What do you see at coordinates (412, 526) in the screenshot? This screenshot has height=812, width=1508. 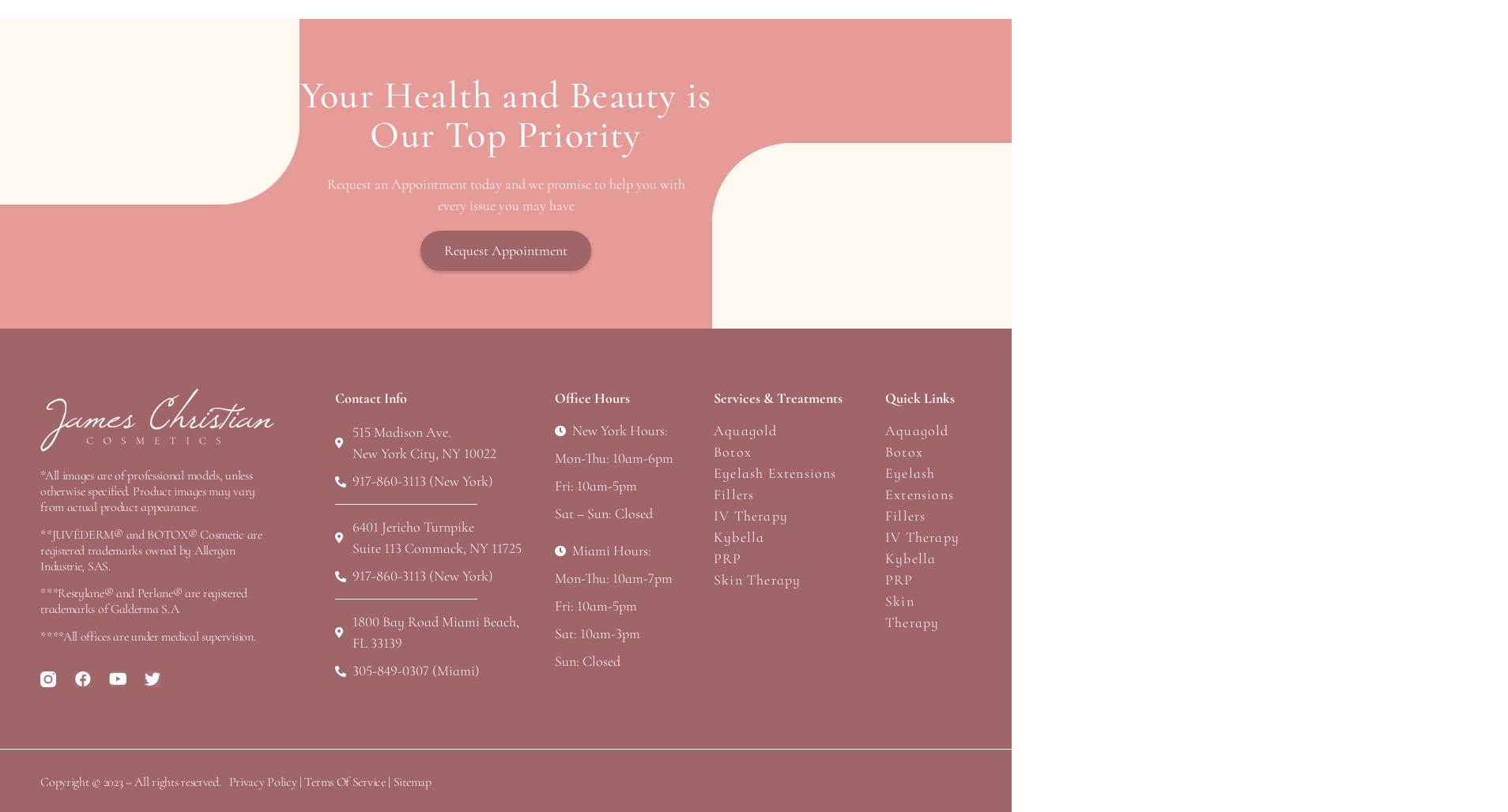 I see `'6401 Jericho Turnpike'` at bounding box center [412, 526].